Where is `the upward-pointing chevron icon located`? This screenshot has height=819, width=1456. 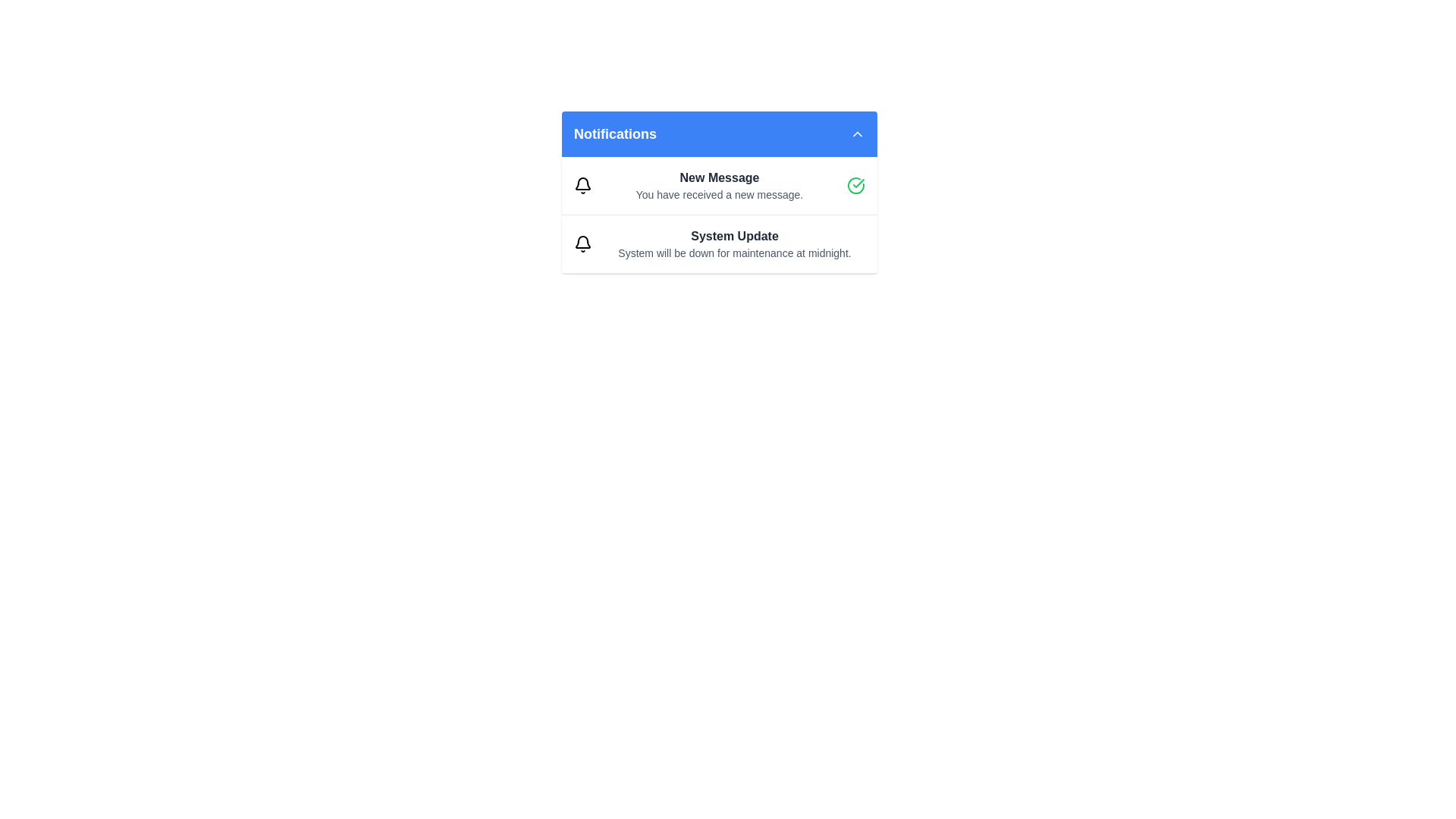
the upward-pointing chevron icon located is located at coordinates (858, 133).